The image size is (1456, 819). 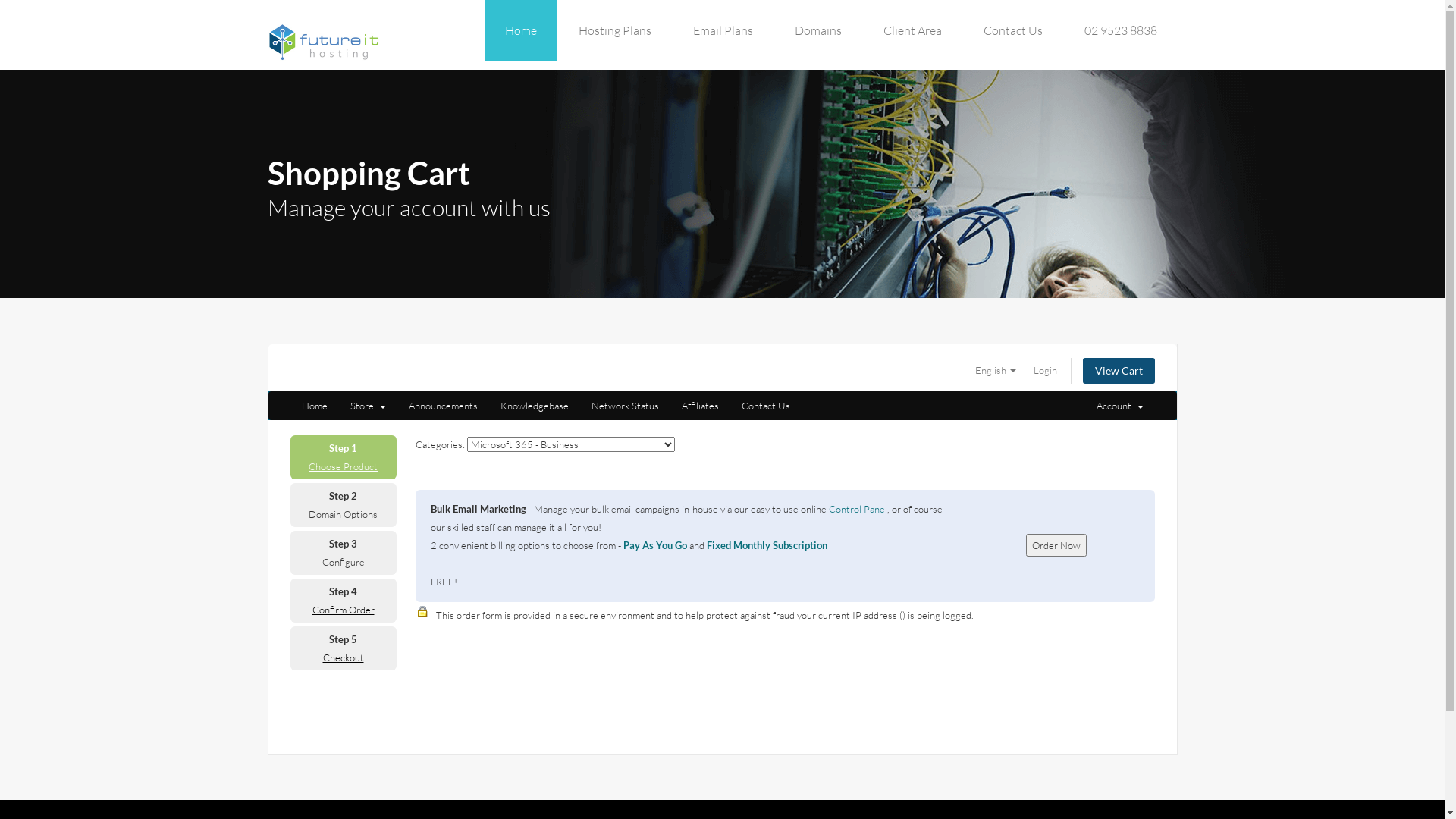 I want to click on 'Pay As You Go', so click(x=655, y=544).